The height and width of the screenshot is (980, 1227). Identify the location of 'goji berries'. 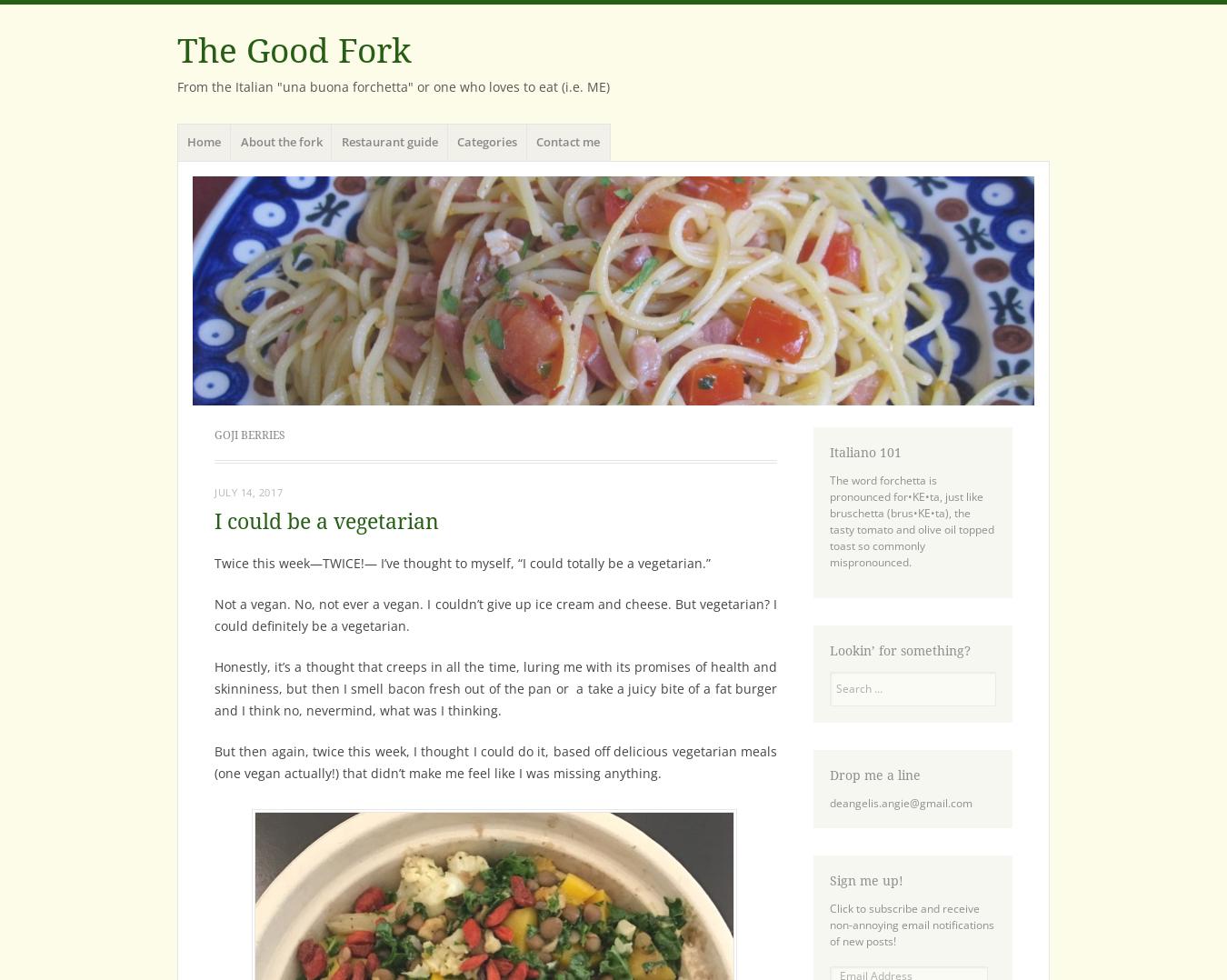
(248, 434).